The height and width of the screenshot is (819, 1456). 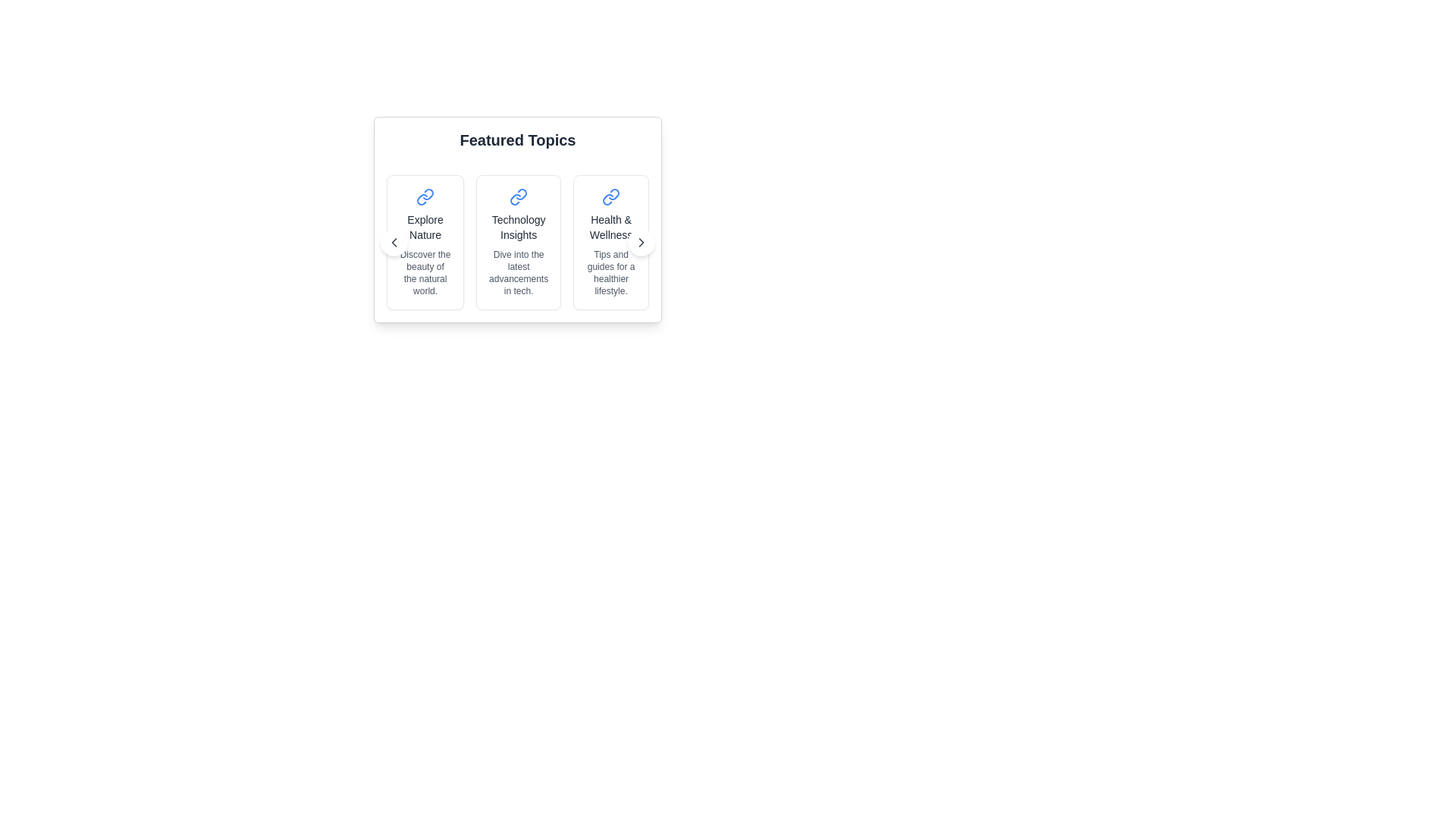 What do you see at coordinates (611, 271) in the screenshot?
I see `the Text Label that provides a brief description for the 'Health & Wellness' section, located in the third card under 'Featured Topics'` at bounding box center [611, 271].